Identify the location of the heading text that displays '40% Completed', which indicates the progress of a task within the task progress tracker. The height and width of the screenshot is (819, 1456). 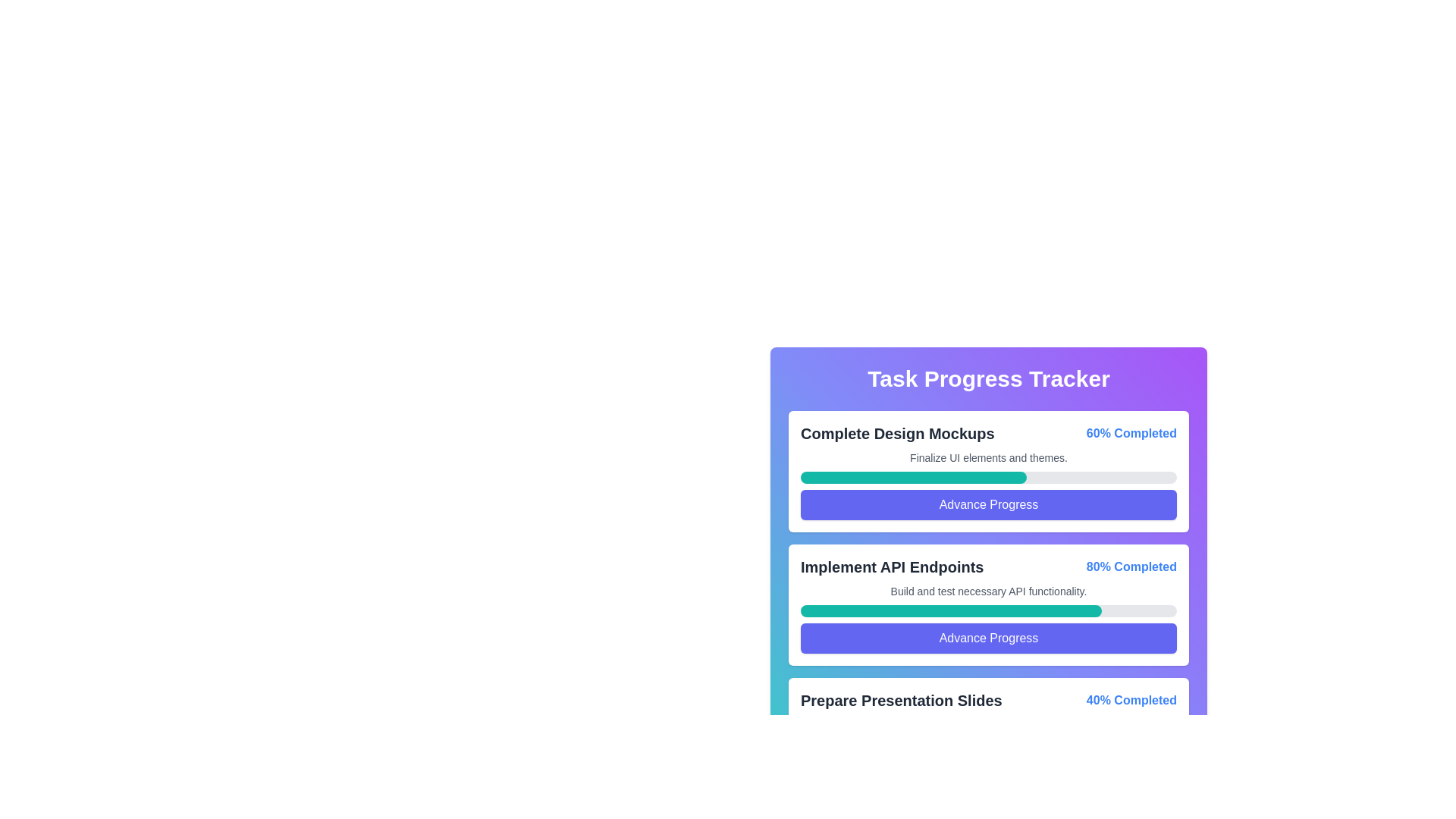
(901, 701).